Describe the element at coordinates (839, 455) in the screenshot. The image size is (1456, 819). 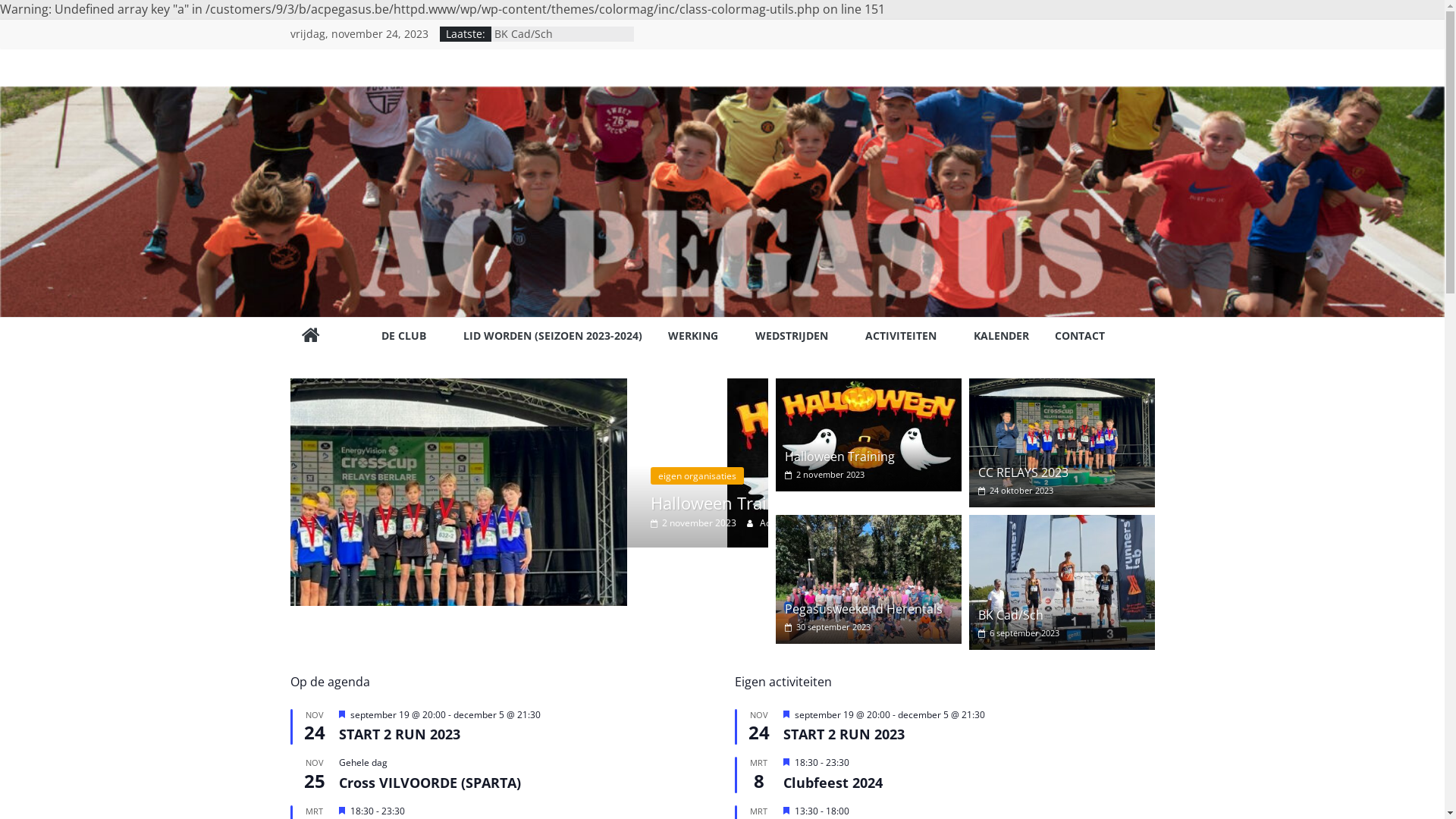
I see `'Halloween Training'` at that location.